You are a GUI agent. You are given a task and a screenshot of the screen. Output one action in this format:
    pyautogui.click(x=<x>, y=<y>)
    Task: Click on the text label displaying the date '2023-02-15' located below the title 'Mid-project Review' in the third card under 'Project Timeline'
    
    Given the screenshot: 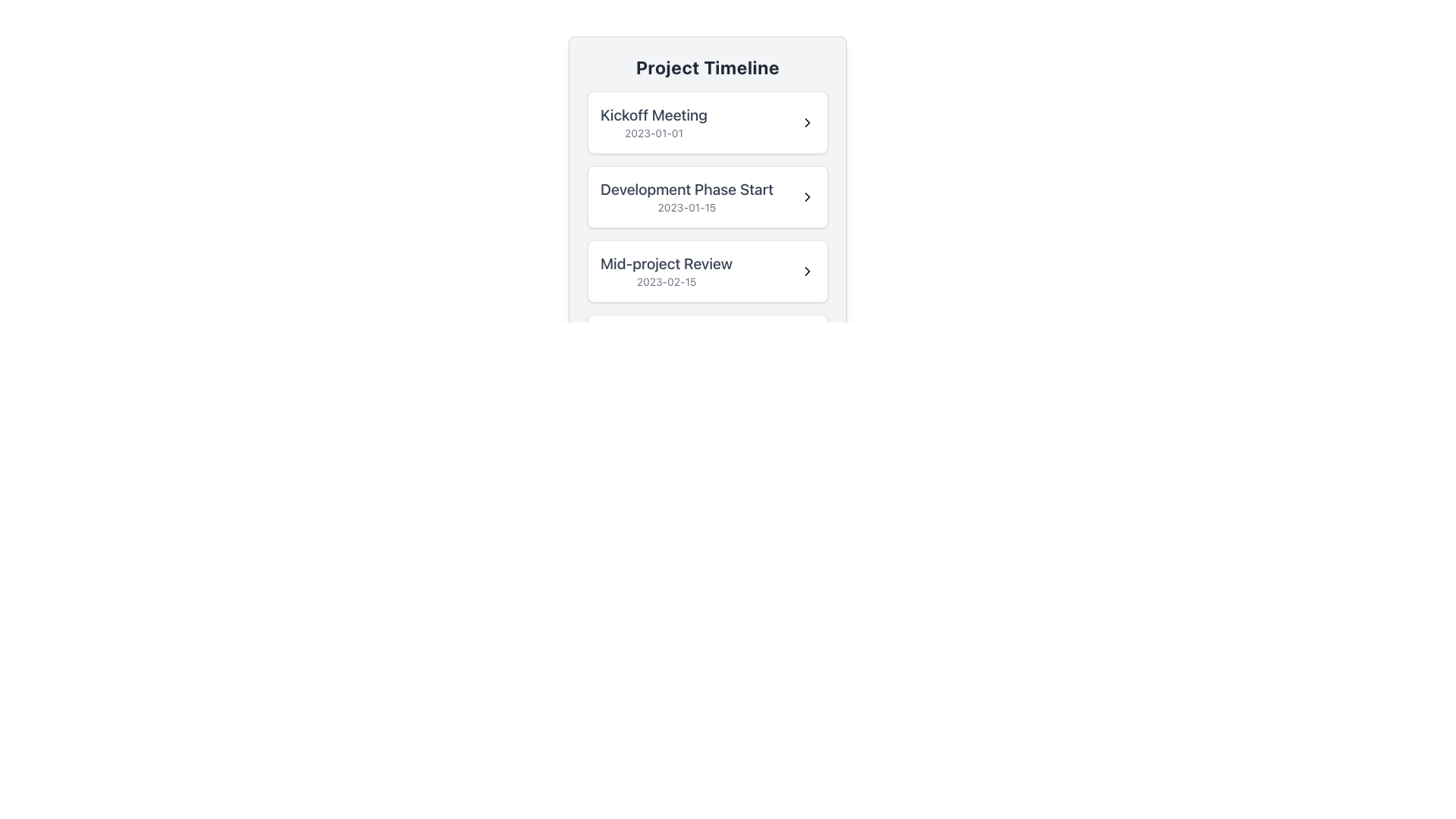 What is the action you would take?
    pyautogui.click(x=666, y=281)
    